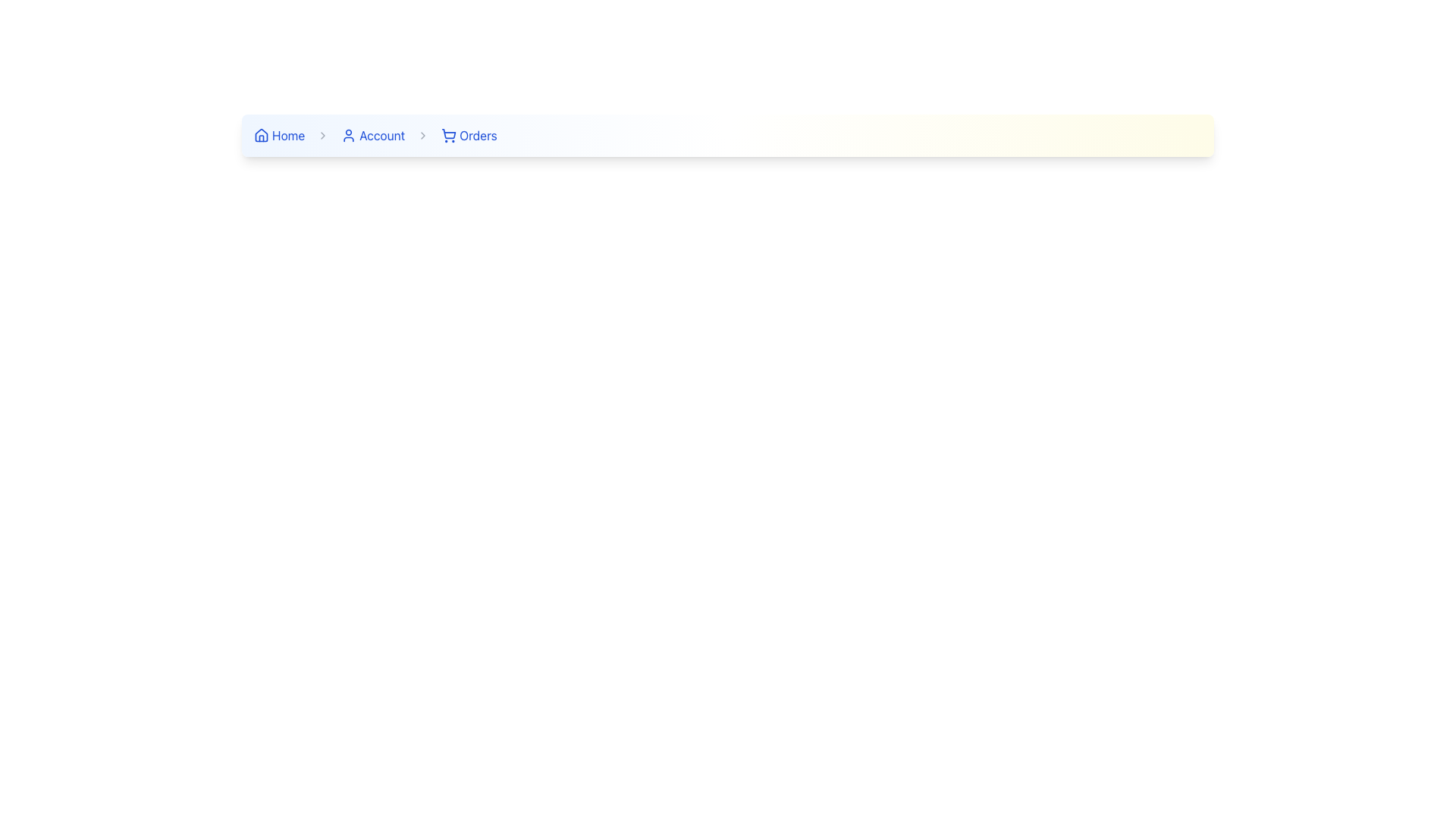 The height and width of the screenshot is (819, 1456). I want to click on the 'Home' text label within the hyperlink in the breadcrumb navigation bar, so click(288, 134).